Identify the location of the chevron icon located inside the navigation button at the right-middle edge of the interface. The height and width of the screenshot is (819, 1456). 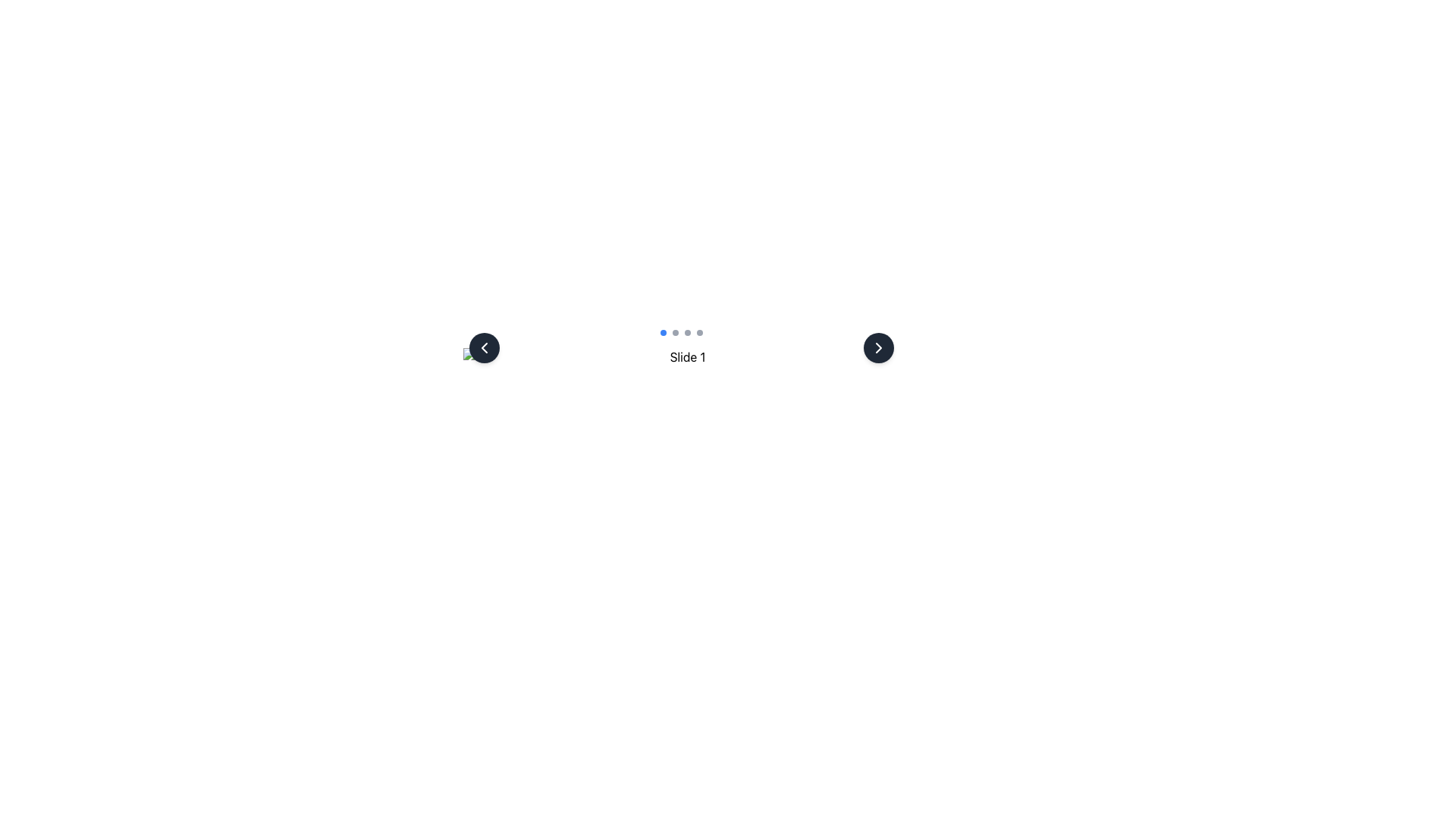
(878, 348).